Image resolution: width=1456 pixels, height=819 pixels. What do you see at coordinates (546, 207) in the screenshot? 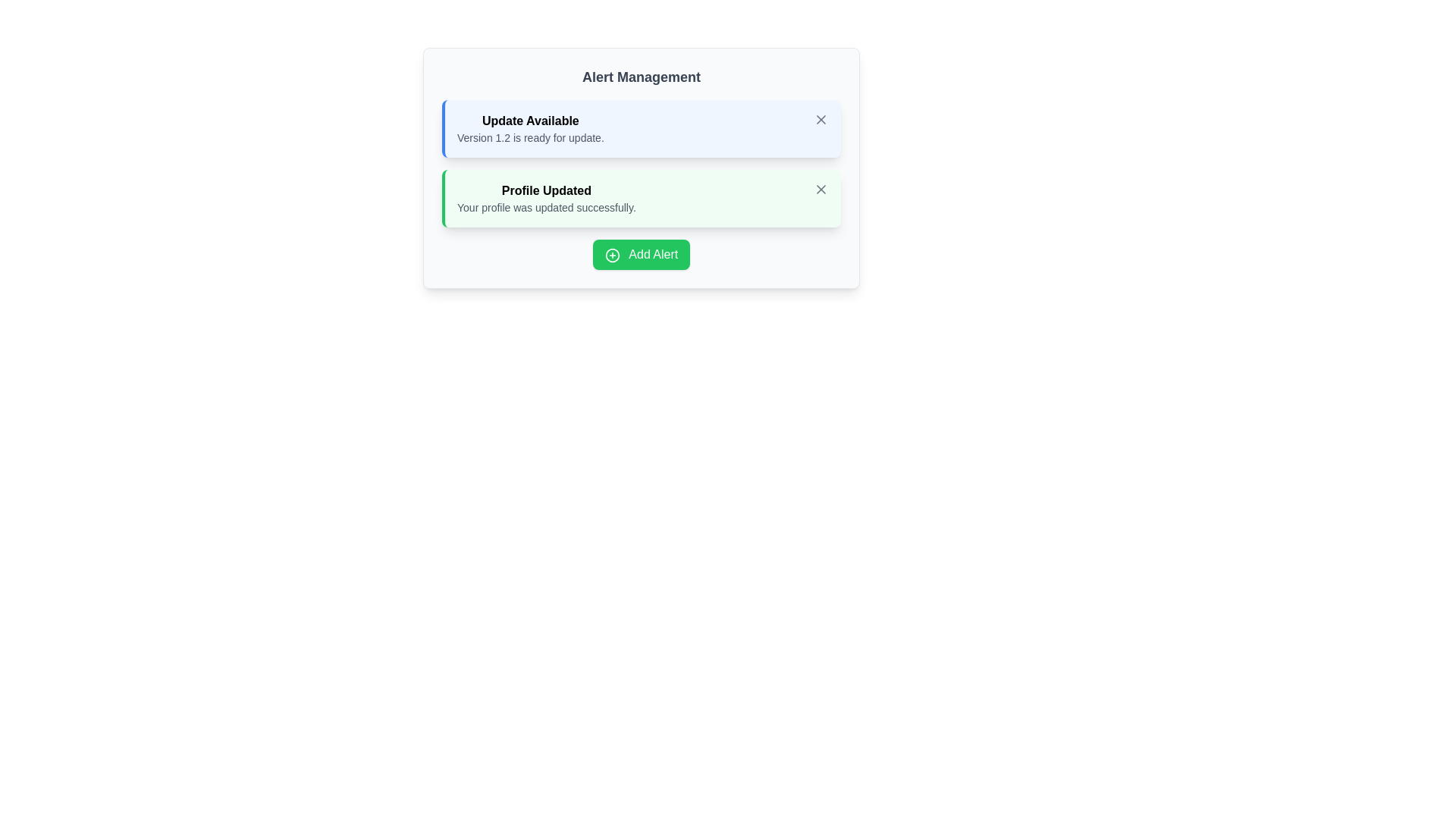
I see `the text label that reads 'Your profile was updated successfully.' which is styled in gray and positioned under the heading 'Profile Updated' in the notification section` at bounding box center [546, 207].